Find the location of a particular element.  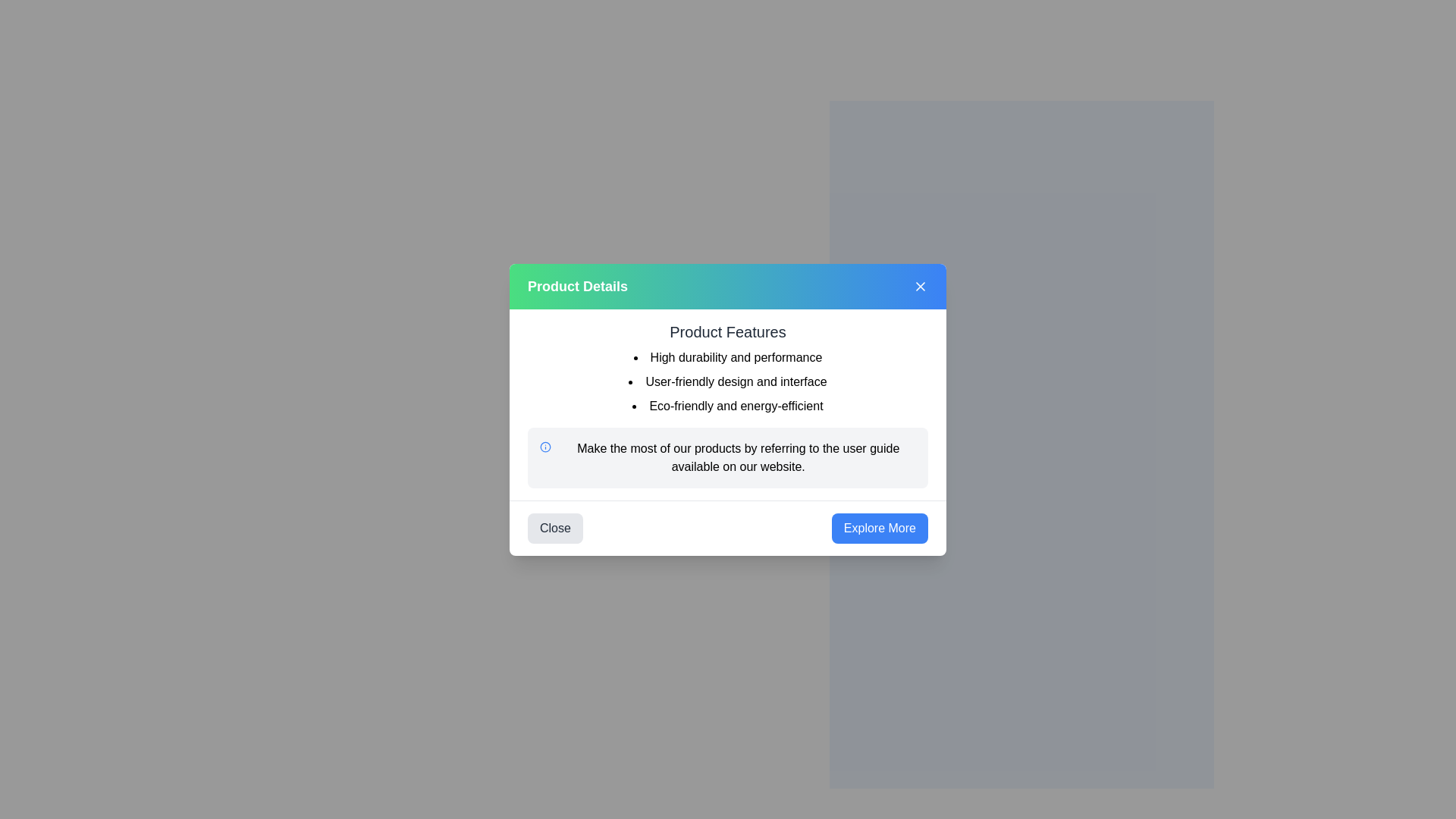

the text element reading 'High durability and performance' which is the topmost bullet point under the heading 'Product Features' in the modal dialog box is located at coordinates (728, 357).